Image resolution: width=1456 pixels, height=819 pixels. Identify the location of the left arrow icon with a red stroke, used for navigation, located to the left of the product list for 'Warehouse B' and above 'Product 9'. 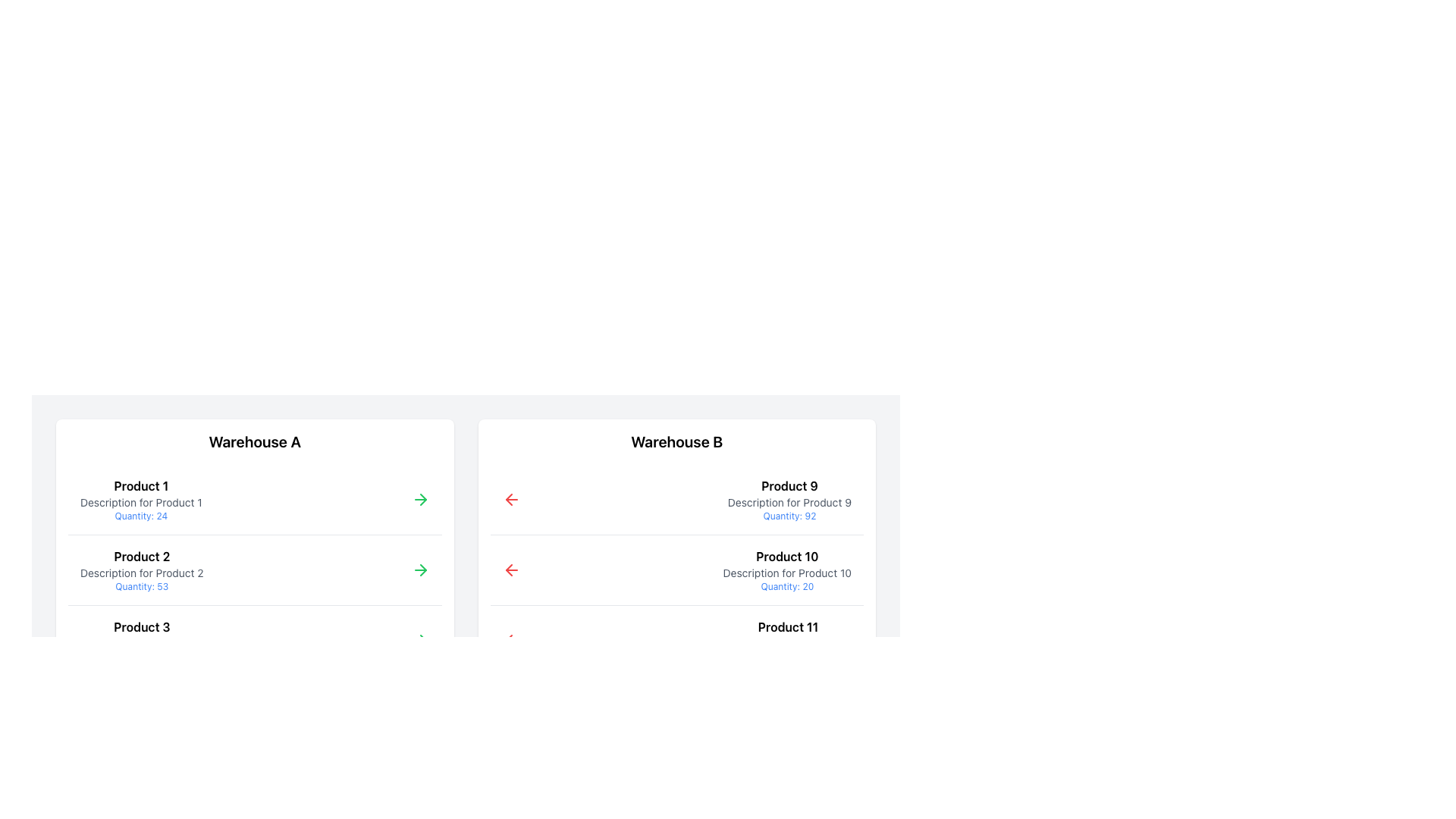
(509, 711).